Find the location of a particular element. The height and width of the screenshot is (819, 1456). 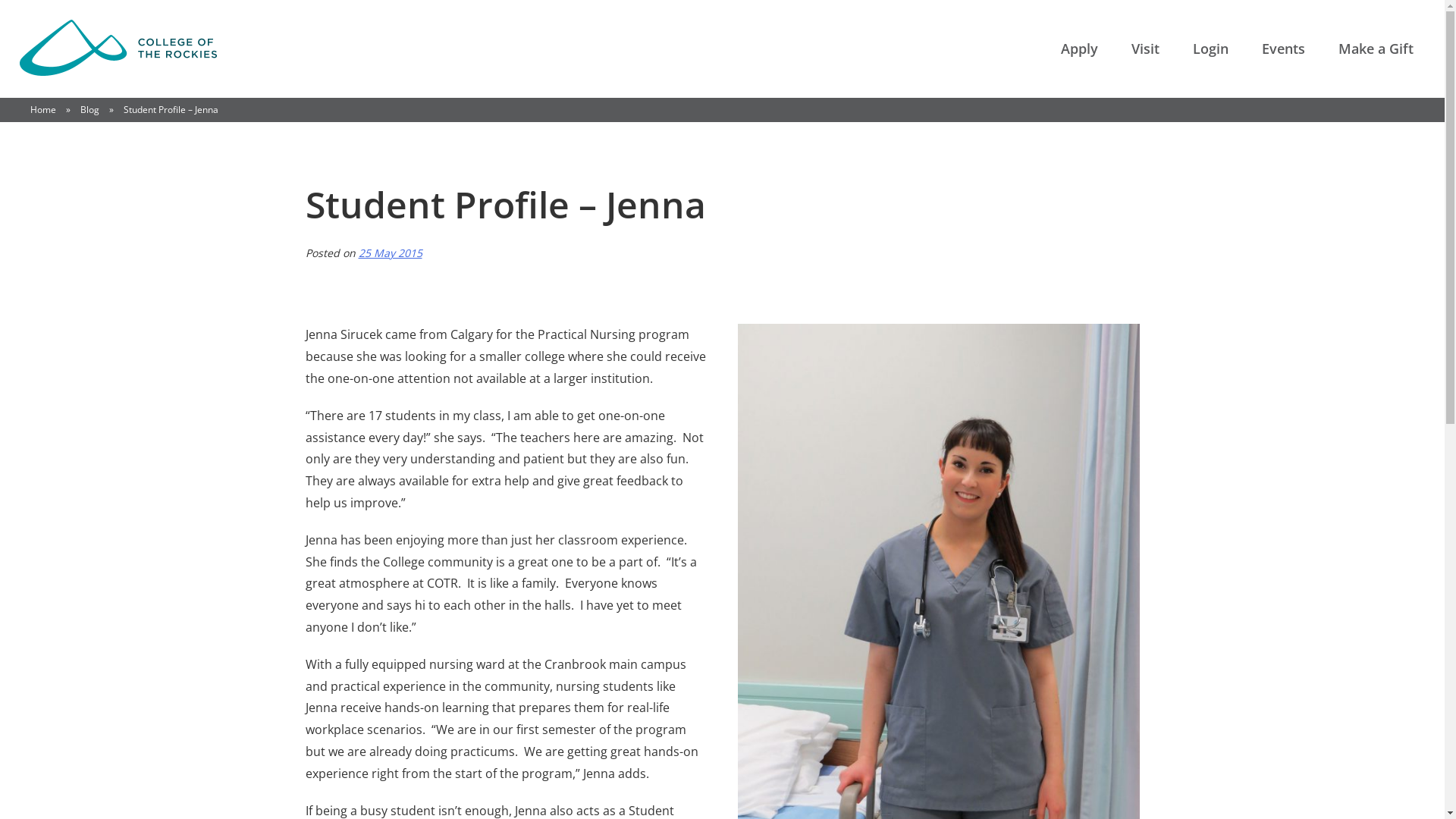

'Login' is located at coordinates (1210, 48).